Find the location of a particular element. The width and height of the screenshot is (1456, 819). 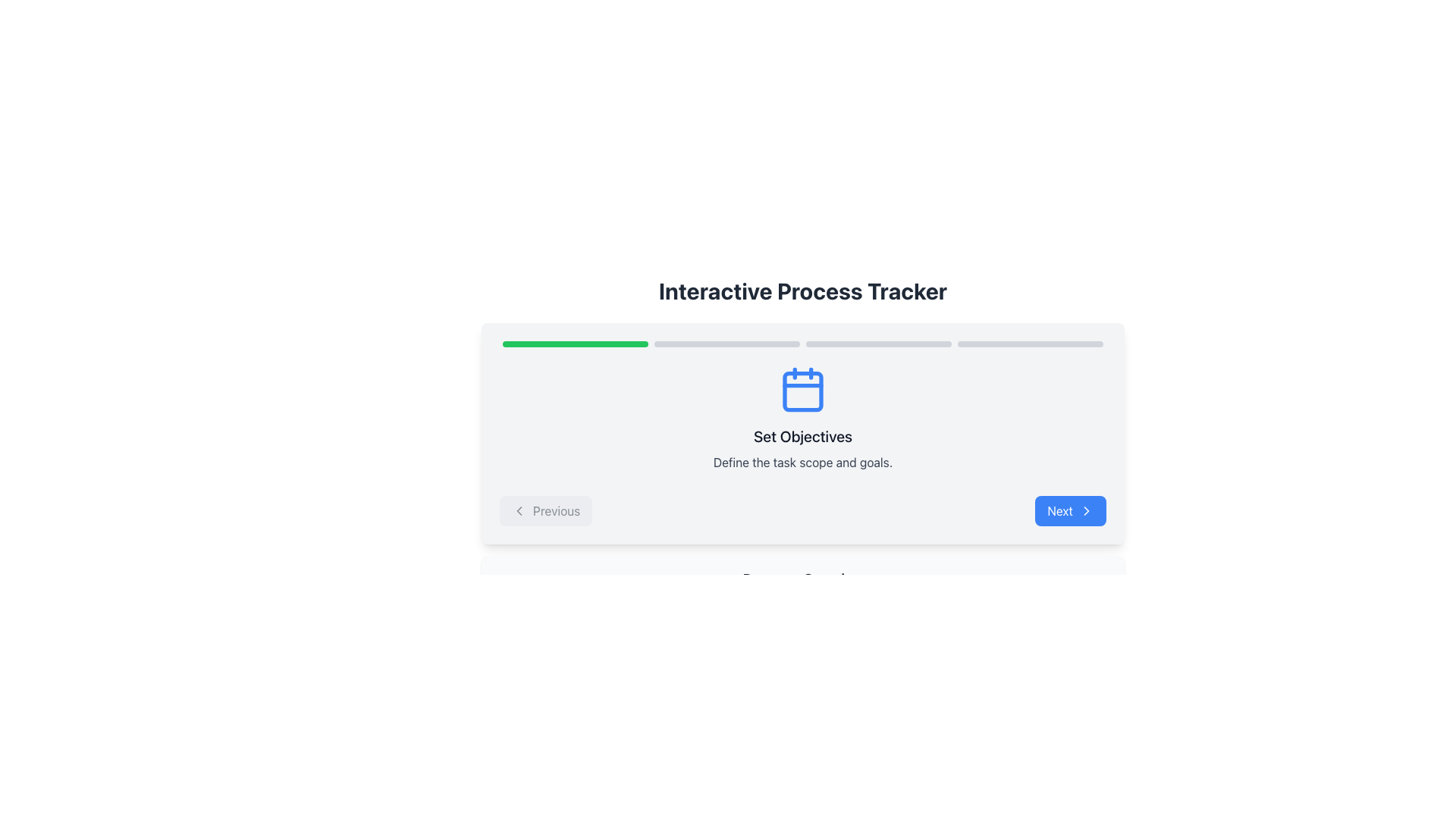

the left-facing chevron icon inside the 'Previous' button, which is located below the progress tracker bar and task description is located at coordinates (519, 511).